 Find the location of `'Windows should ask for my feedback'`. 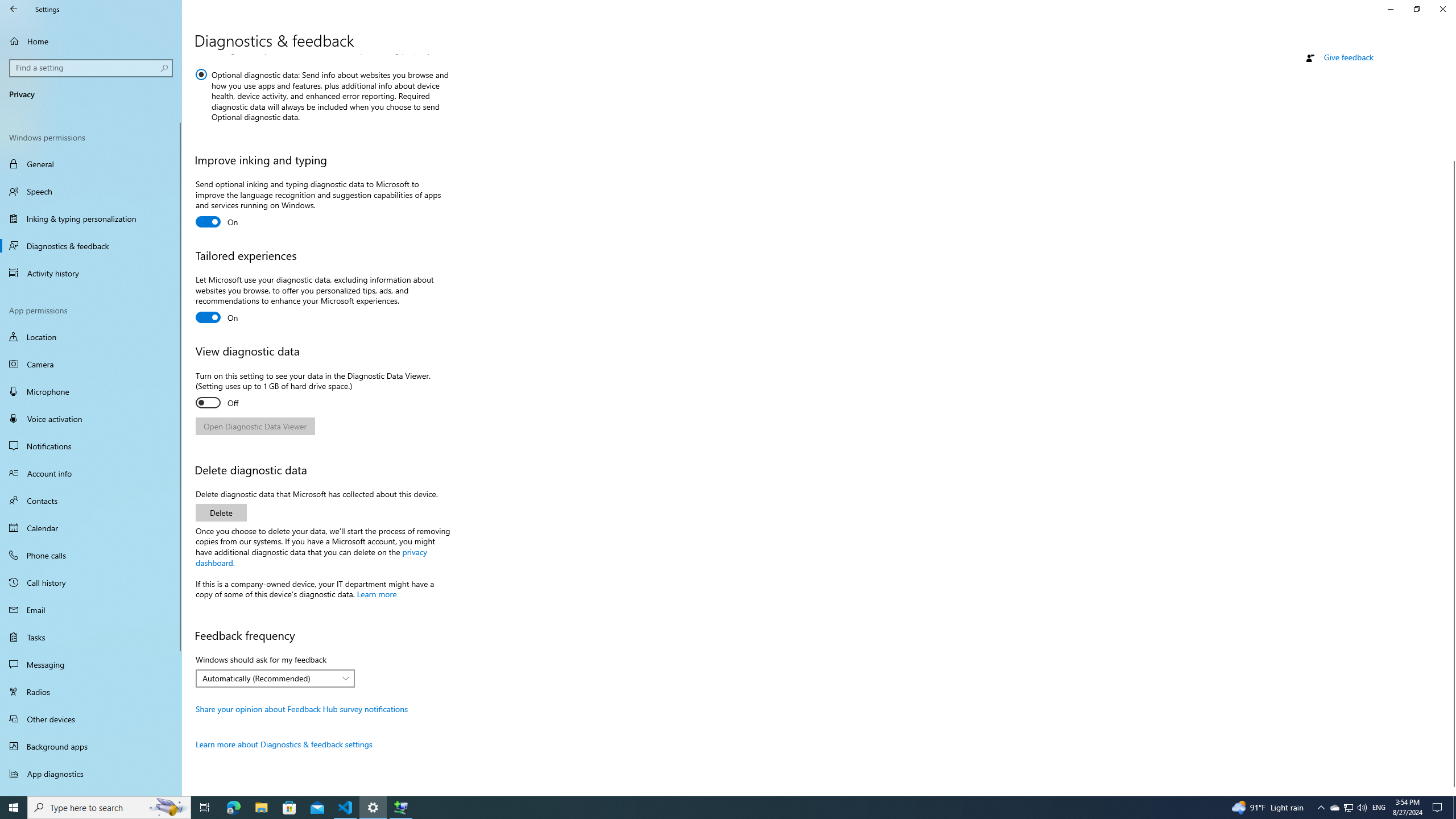

'Windows should ask for my feedback' is located at coordinates (274, 678).